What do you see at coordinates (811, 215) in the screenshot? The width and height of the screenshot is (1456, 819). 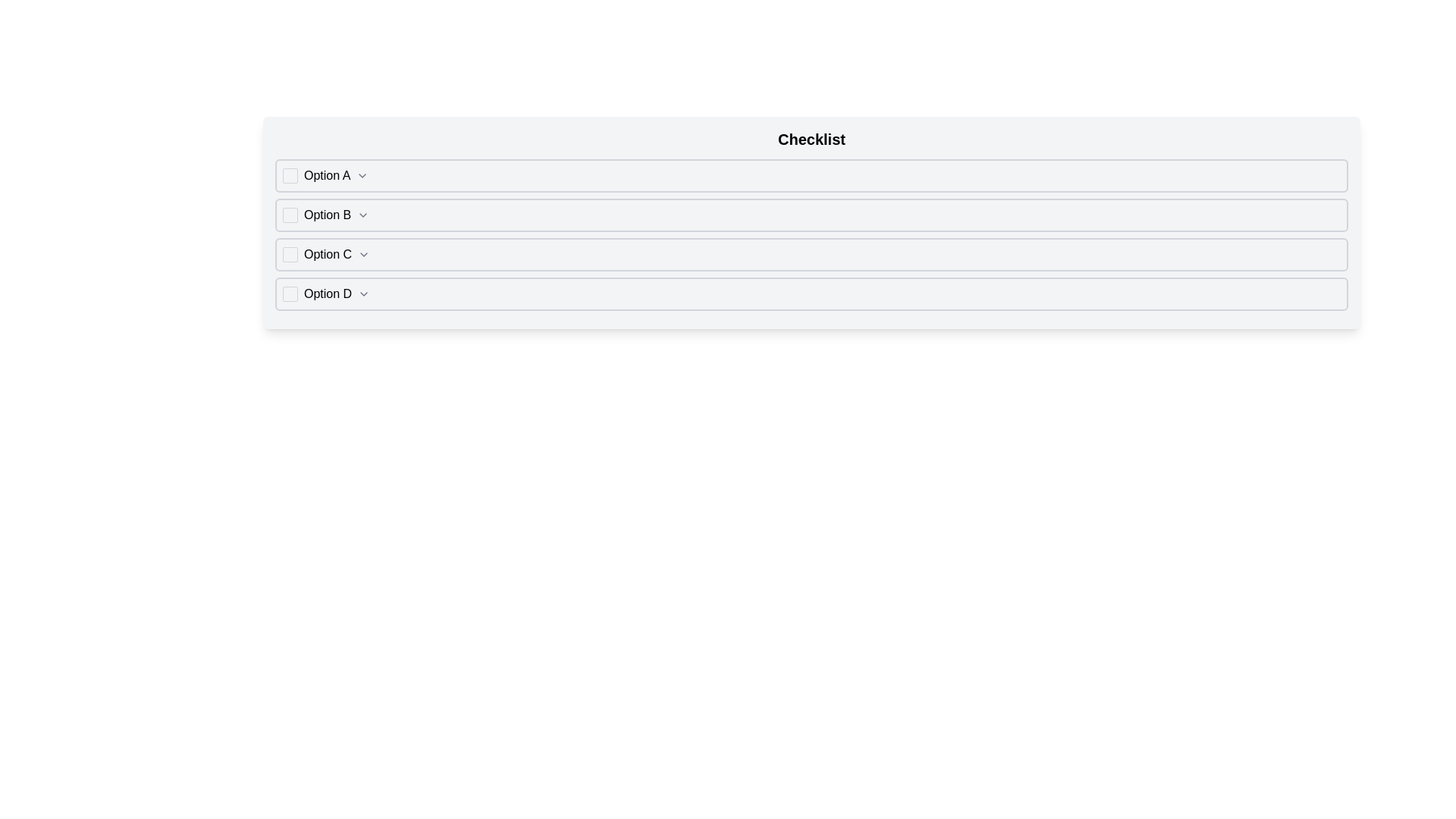 I see `the second selectable row labeled 'Option B' in the 'Checklist'` at bounding box center [811, 215].